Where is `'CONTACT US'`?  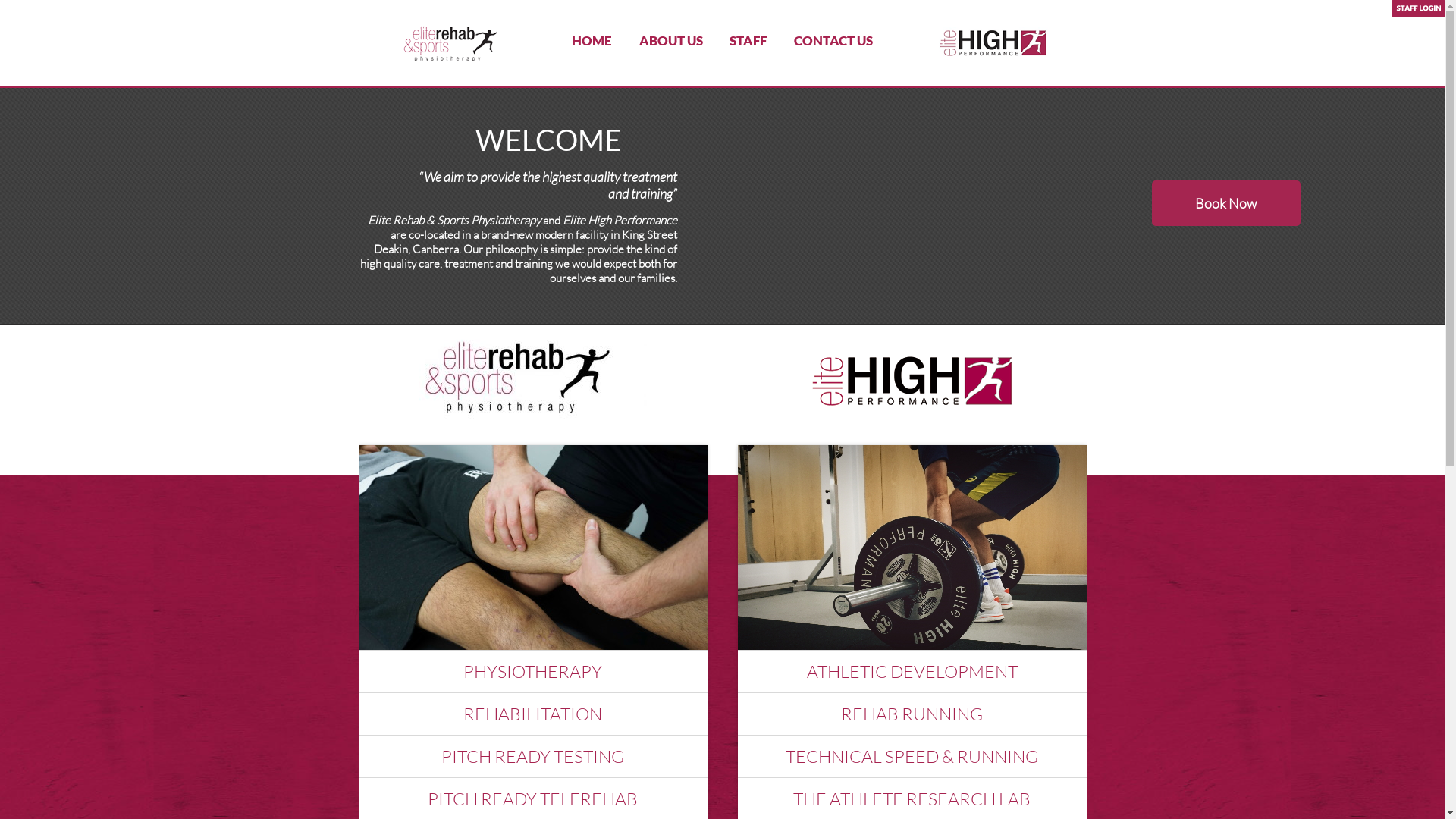
'CONTACT US' is located at coordinates (833, 39).